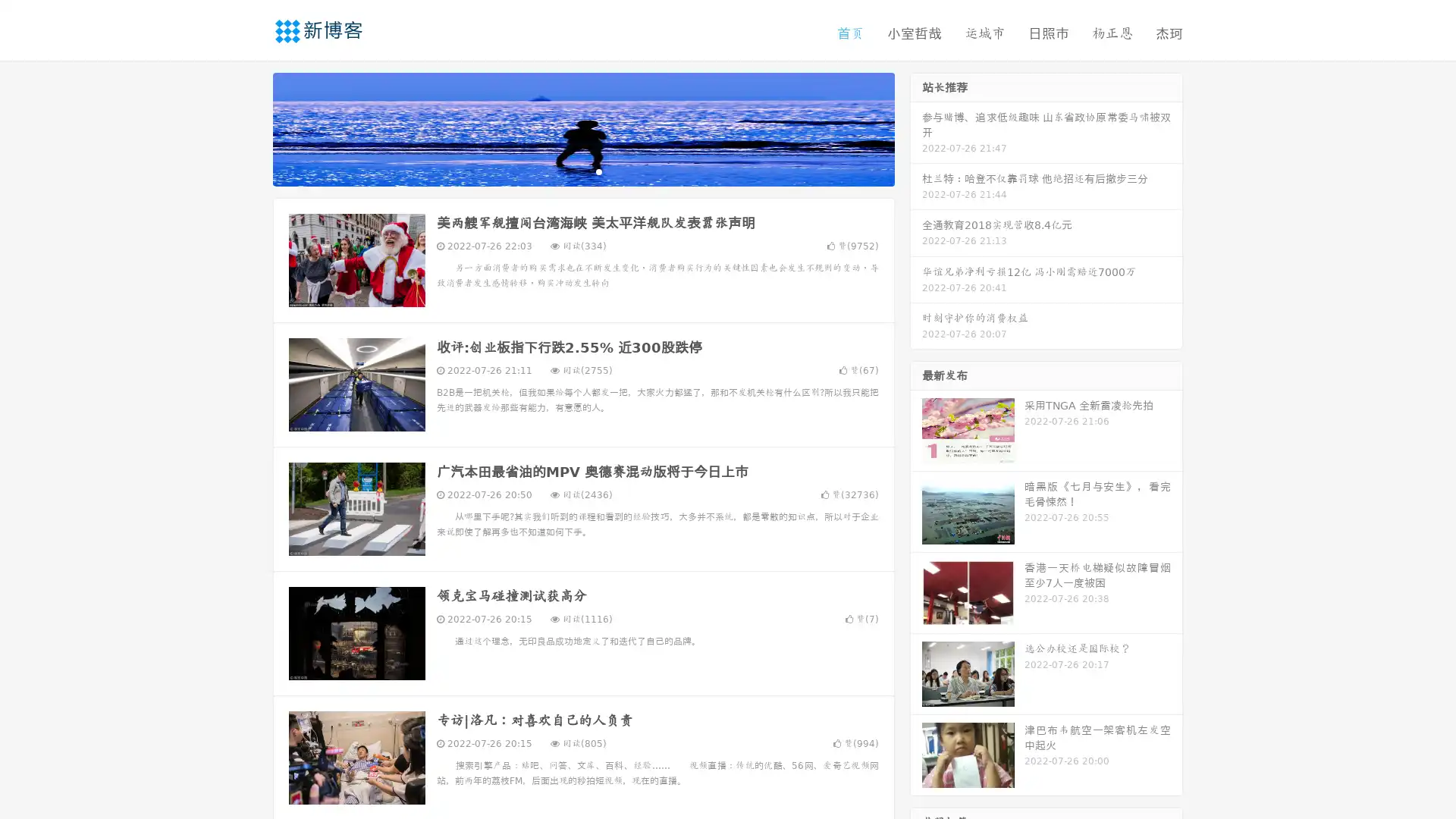 The image size is (1456, 819). Describe the element at coordinates (916, 127) in the screenshot. I see `Next slide` at that location.